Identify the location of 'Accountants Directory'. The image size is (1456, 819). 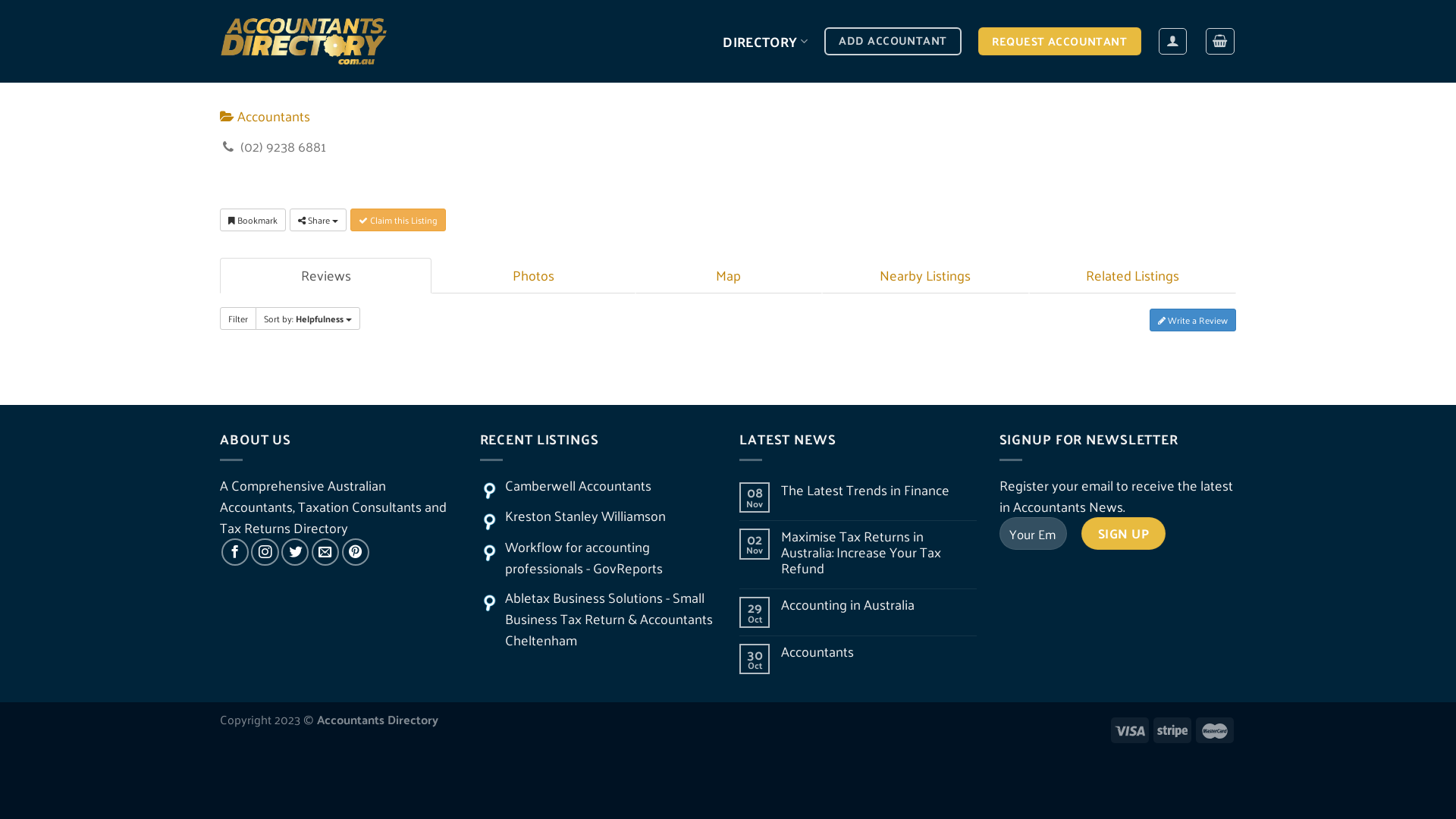
(218, 40).